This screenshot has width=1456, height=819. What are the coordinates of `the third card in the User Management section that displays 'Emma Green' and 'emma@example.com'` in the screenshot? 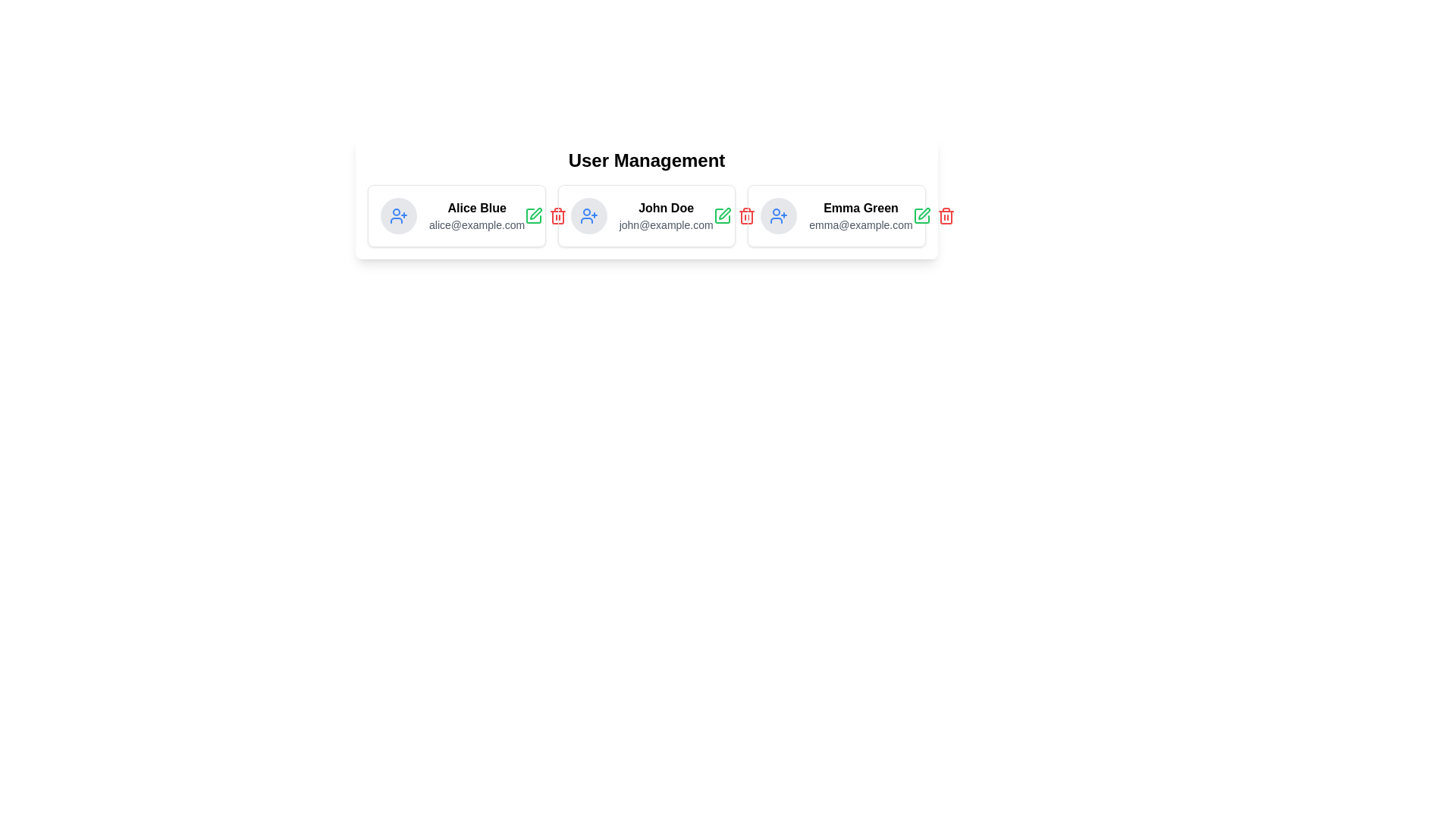 It's located at (836, 216).